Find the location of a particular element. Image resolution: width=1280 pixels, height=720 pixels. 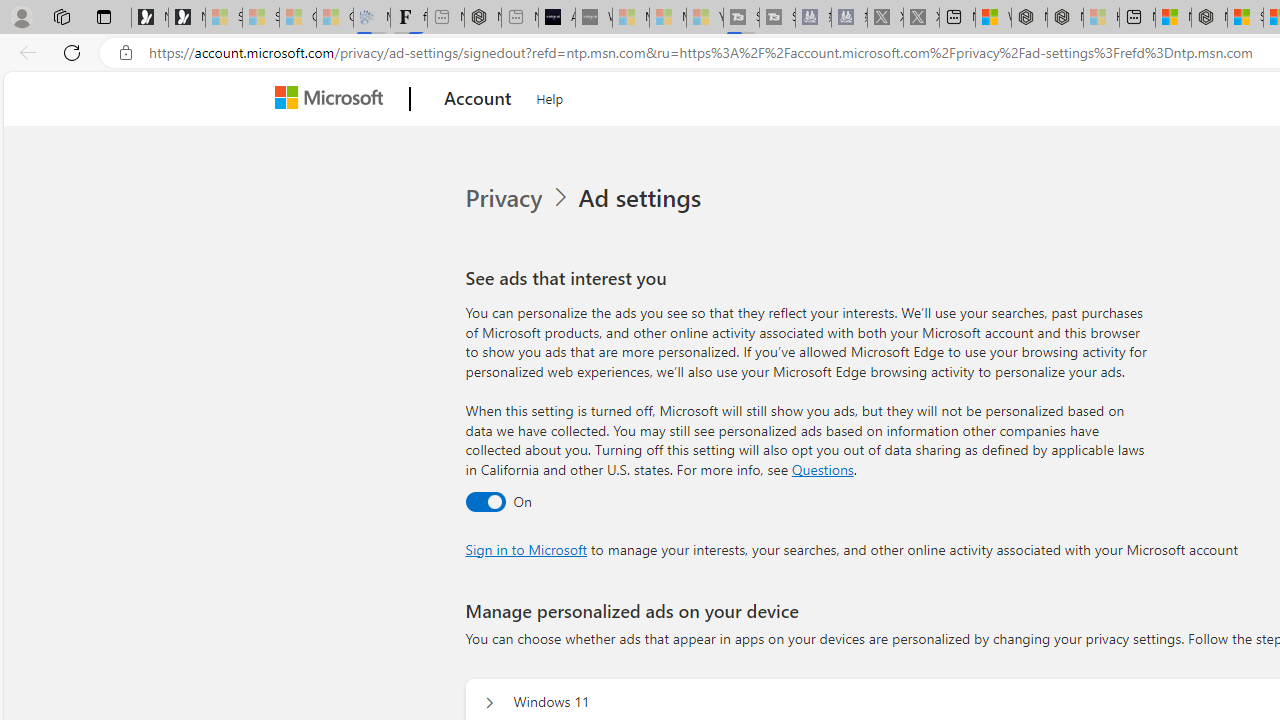

'Microsoft Start - Sleeping' is located at coordinates (668, 17).